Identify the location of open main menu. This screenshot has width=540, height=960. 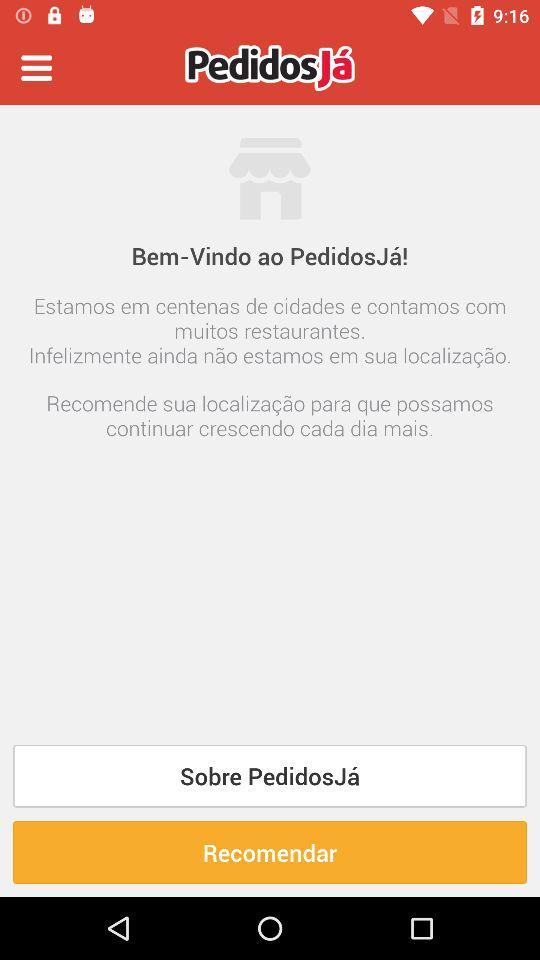
(36, 68).